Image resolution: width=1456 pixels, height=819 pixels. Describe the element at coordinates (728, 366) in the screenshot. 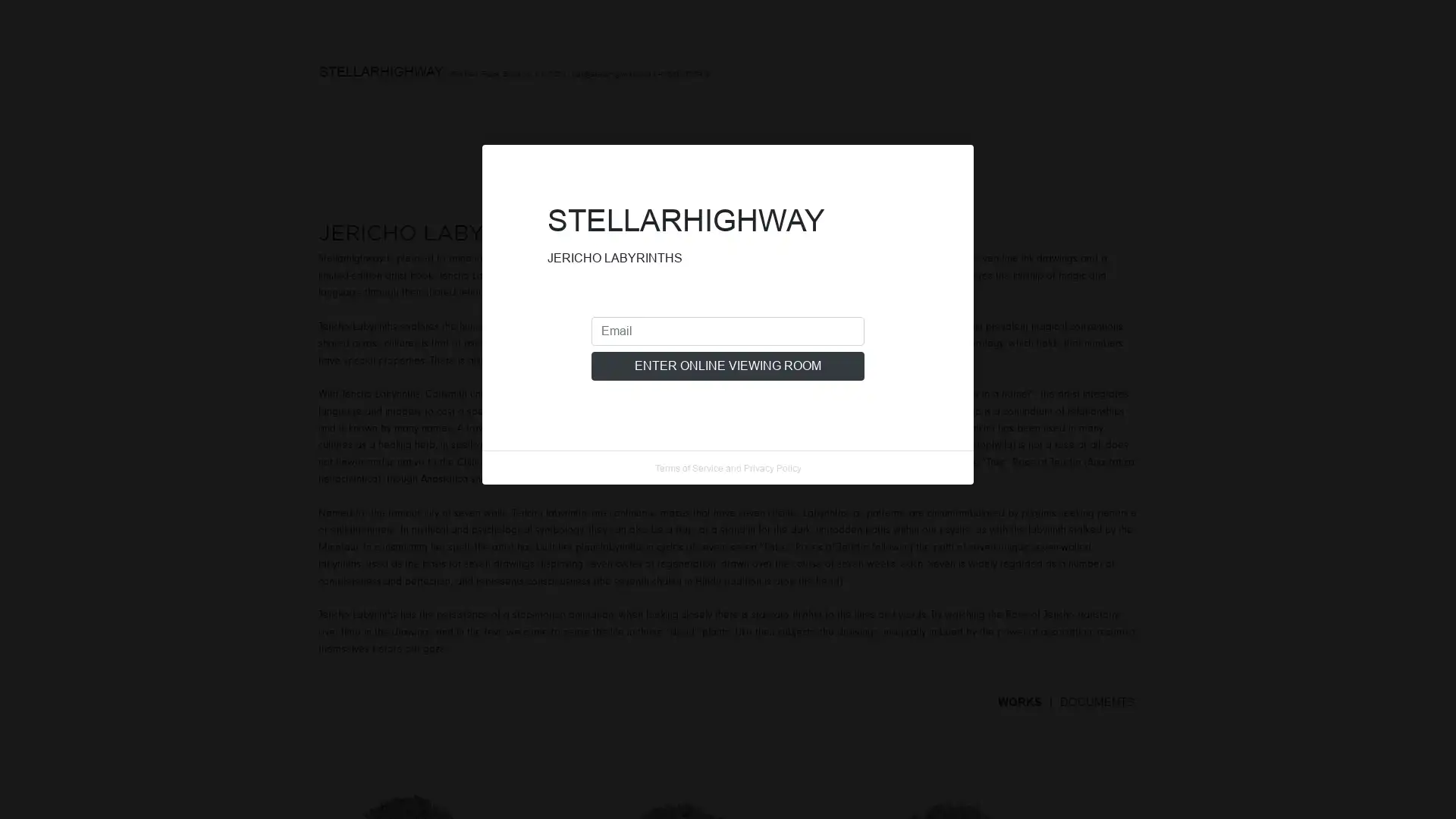

I see `ENTER ONLINE VIEWING ROOM` at that location.